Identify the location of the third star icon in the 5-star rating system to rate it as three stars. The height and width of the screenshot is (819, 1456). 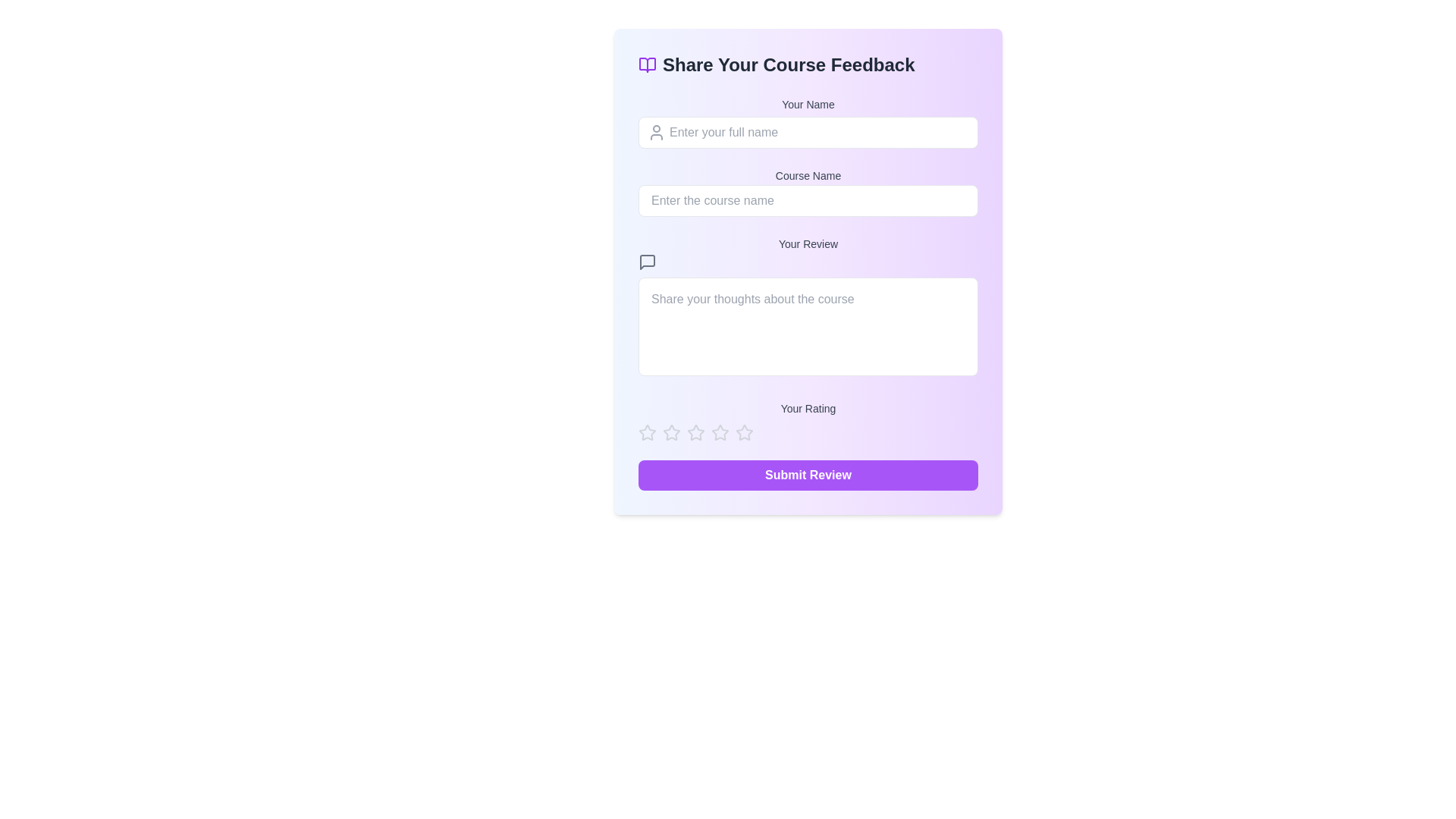
(720, 432).